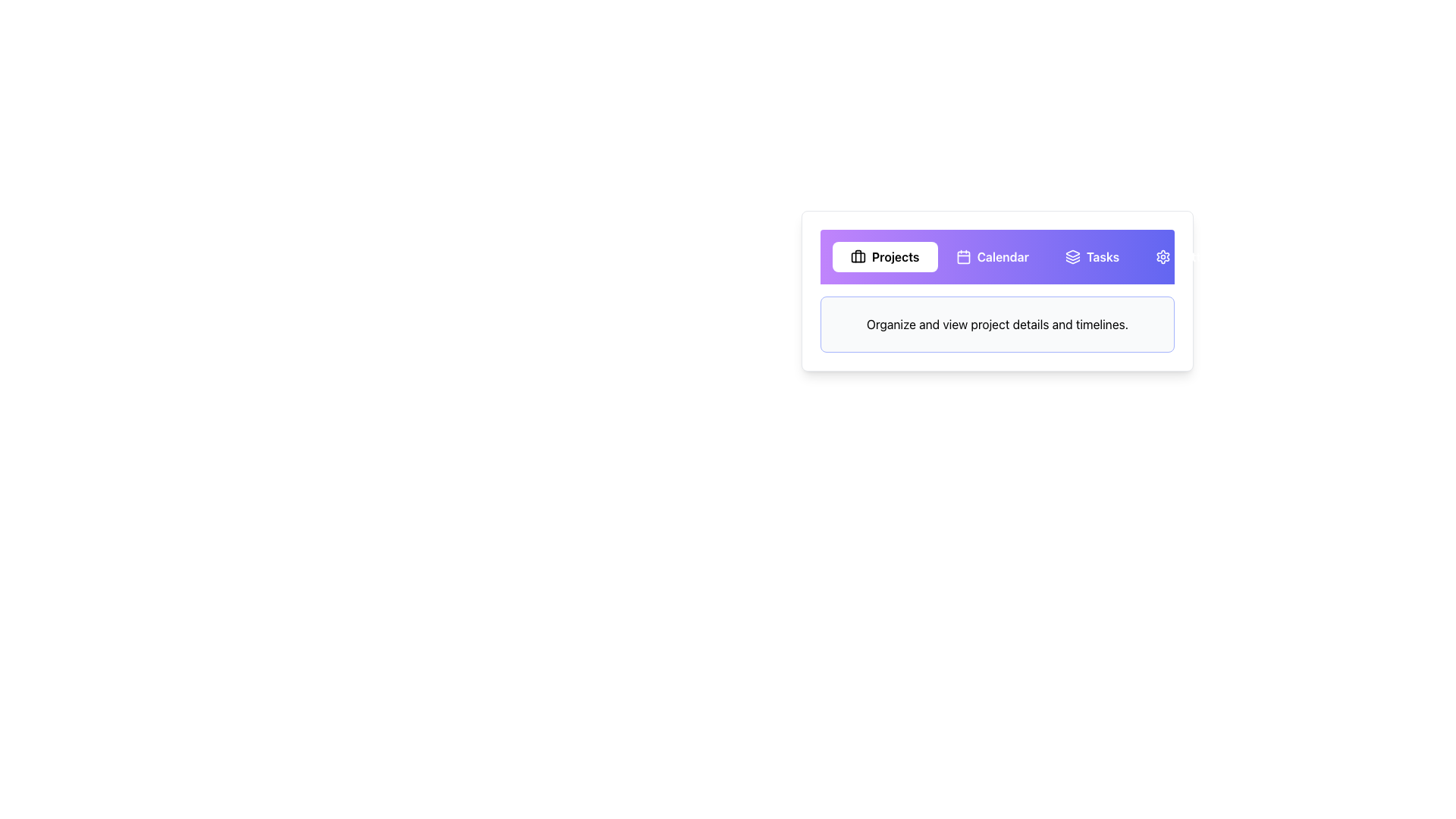 The image size is (1456, 819). What do you see at coordinates (1163, 256) in the screenshot?
I see `the gear icon, which is located on the far right of the navigation bar` at bounding box center [1163, 256].